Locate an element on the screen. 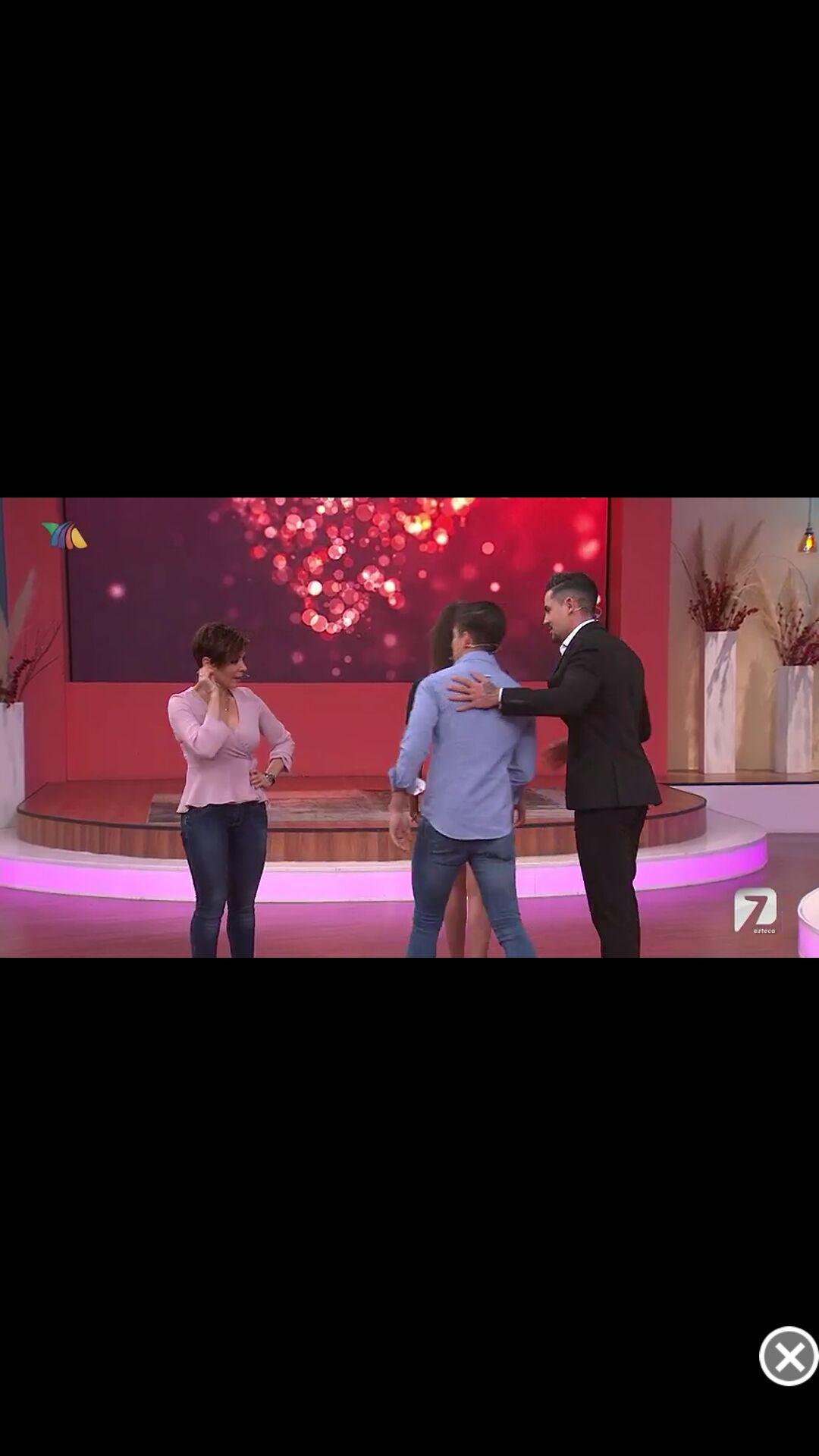 Image resolution: width=819 pixels, height=1456 pixels. screen is located at coordinates (788, 1356).